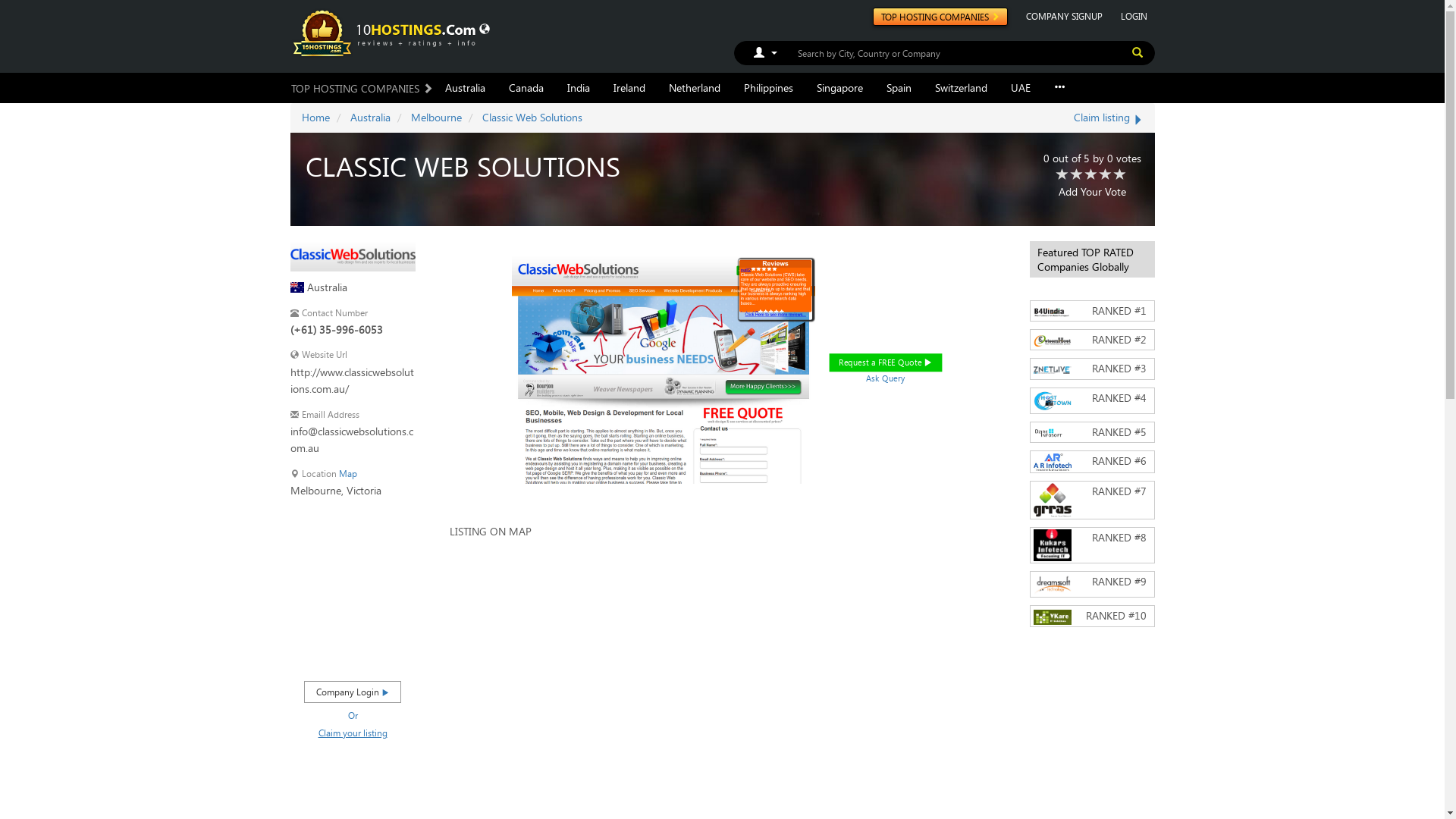  Describe the element at coordinates (693, 87) in the screenshot. I see `'Netherland'` at that location.